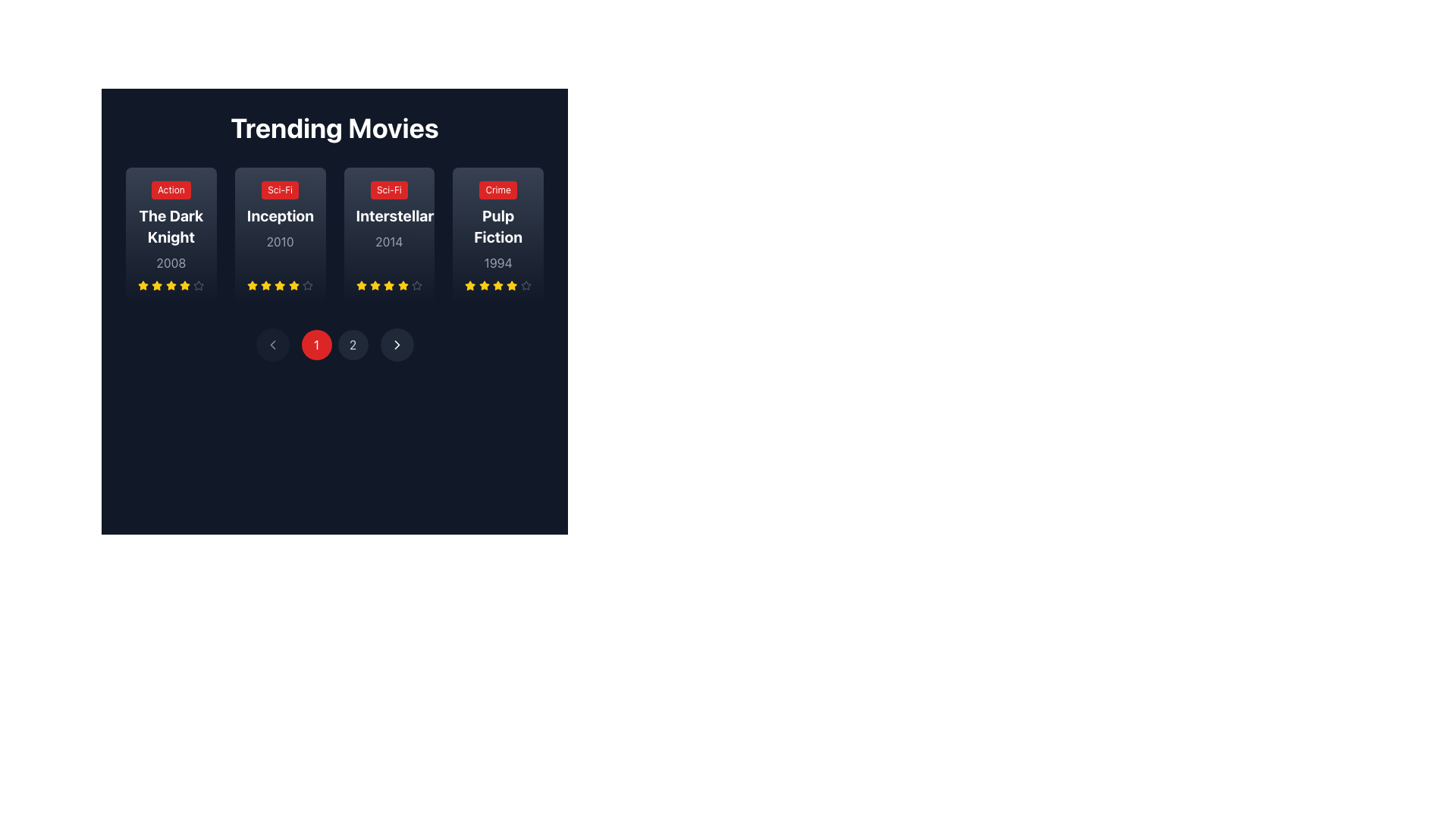  Describe the element at coordinates (483, 285) in the screenshot. I see `the third highlighted star icon in the rating system for the movie 'Pulp Fiction' located in the fourth column of the trending movies section` at that location.